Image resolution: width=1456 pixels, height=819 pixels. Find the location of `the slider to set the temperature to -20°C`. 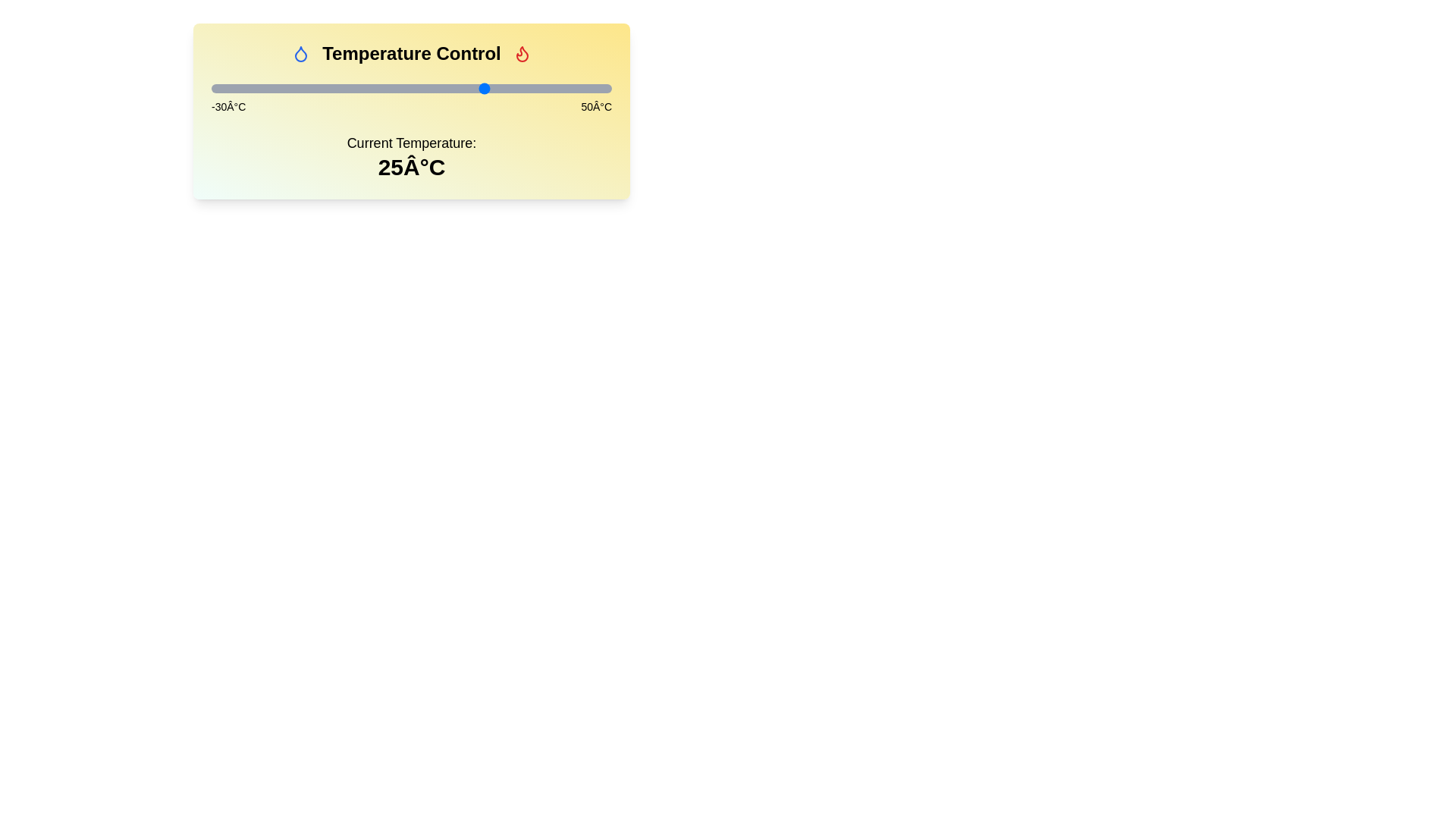

the slider to set the temperature to -20°C is located at coordinates (262, 88).